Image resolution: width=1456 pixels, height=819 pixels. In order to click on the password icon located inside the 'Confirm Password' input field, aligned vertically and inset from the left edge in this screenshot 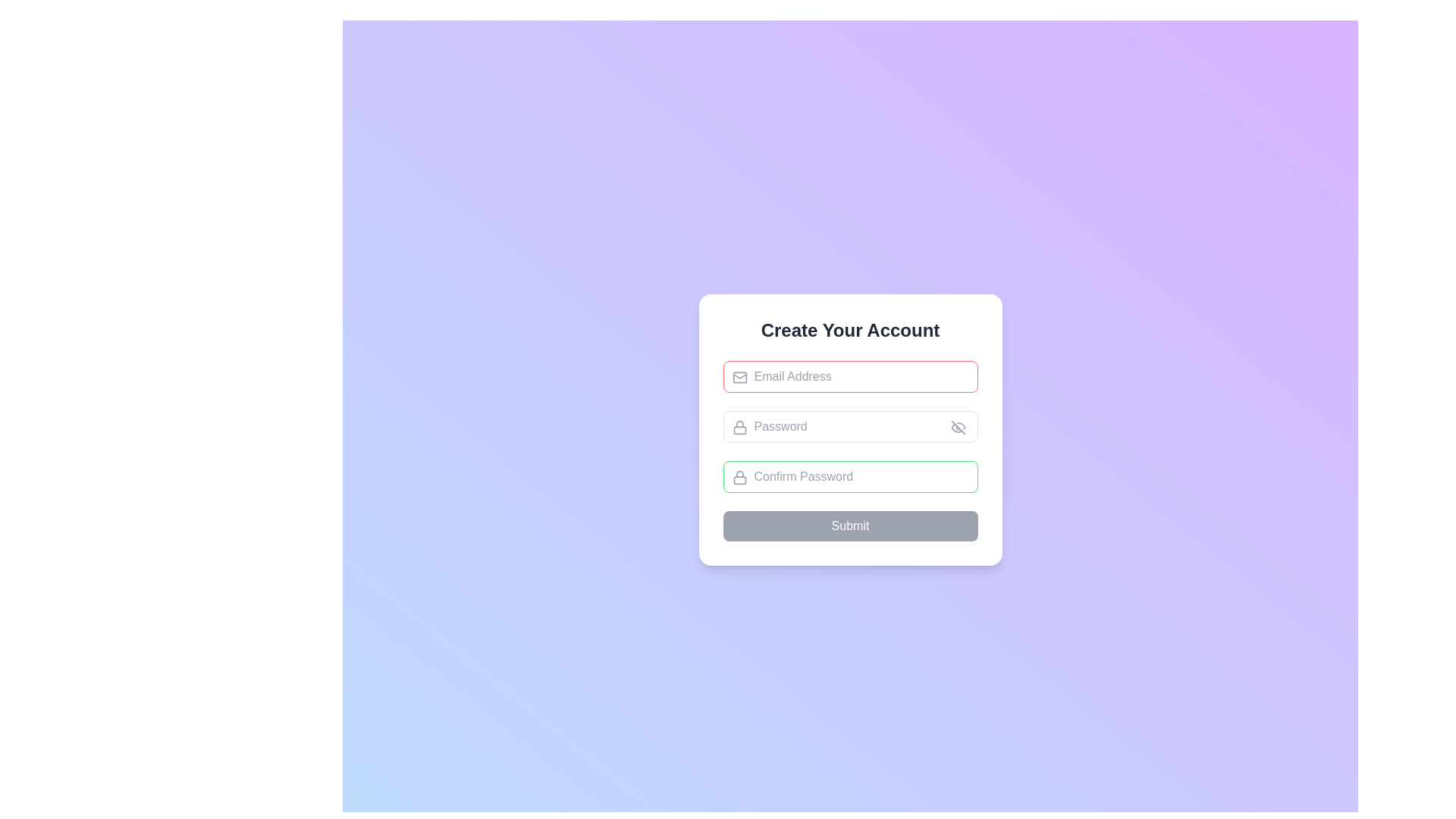, I will do `click(739, 476)`.